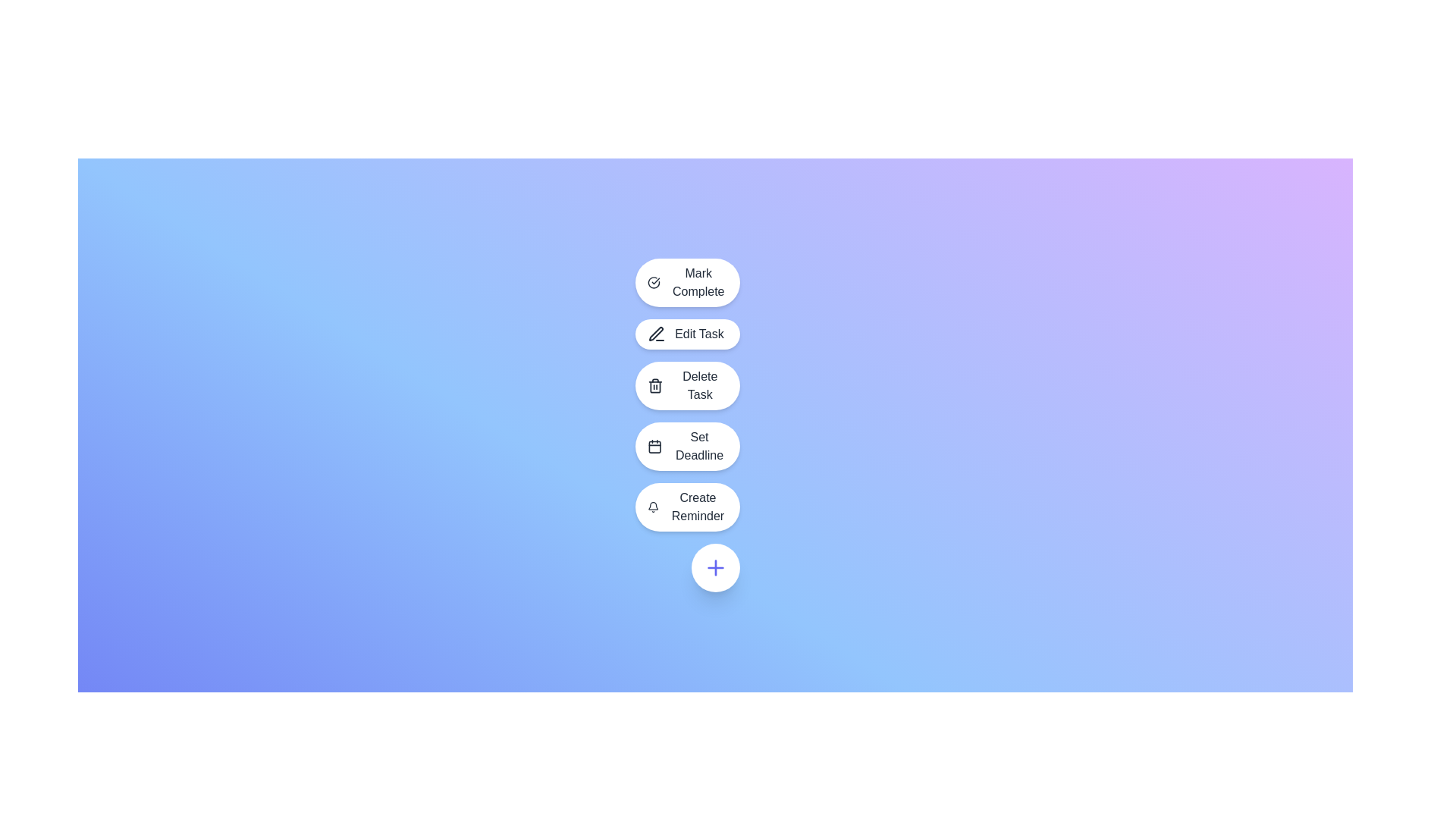  What do you see at coordinates (698, 446) in the screenshot?
I see `the interactive deadline setting button located between the 'Delete Task' button and the 'Create Reminder' button` at bounding box center [698, 446].